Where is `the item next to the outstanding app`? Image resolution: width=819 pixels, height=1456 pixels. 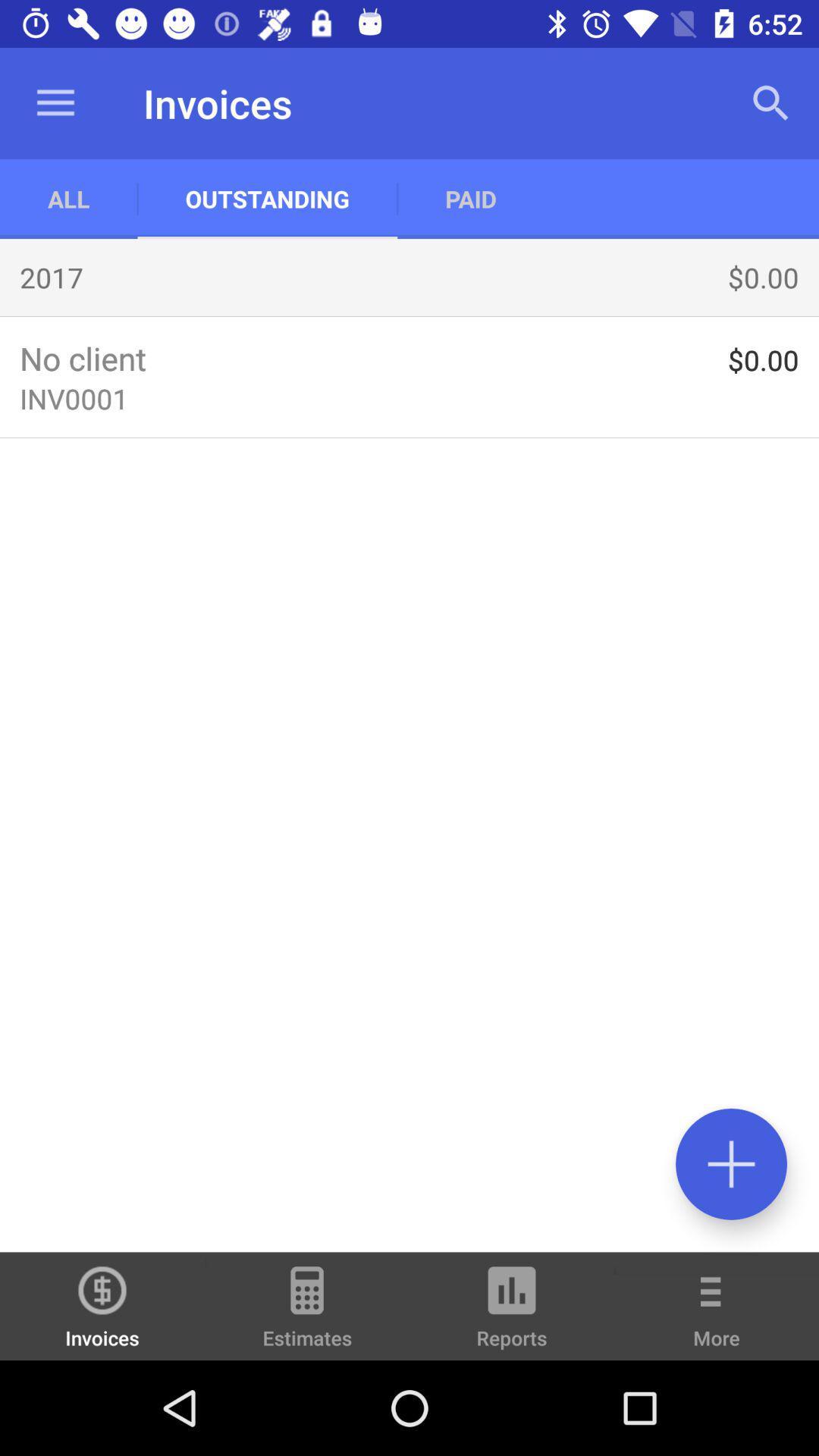 the item next to the outstanding app is located at coordinates (68, 198).